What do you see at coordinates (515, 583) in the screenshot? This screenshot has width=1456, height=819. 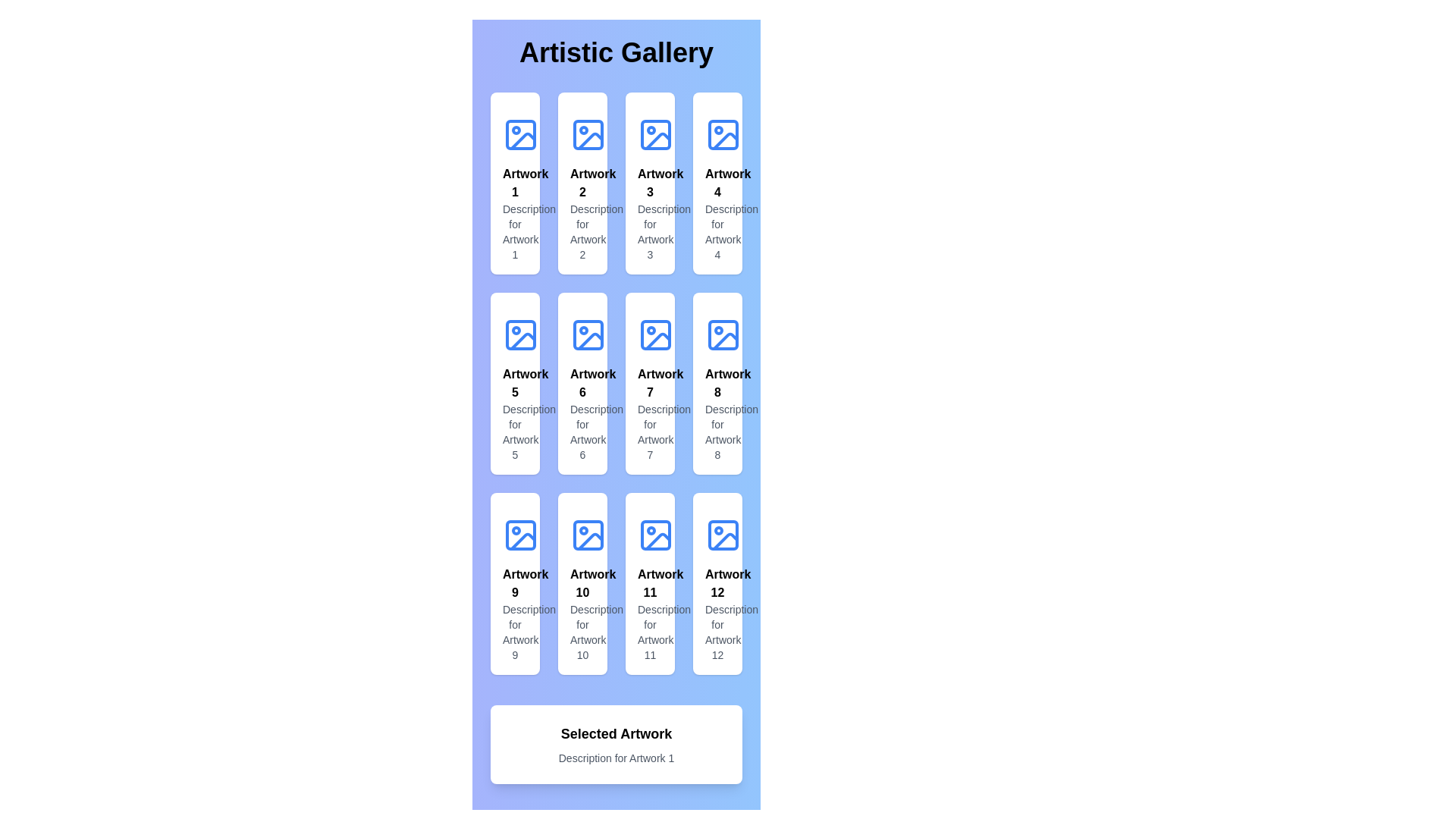 I see `the card containing the image and text labeled 'Artwork 9', which is a rectangular card with rounded corners, a white background, and a shadow effect located in the 'Artistic Gallery' grid layout` at bounding box center [515, 583].